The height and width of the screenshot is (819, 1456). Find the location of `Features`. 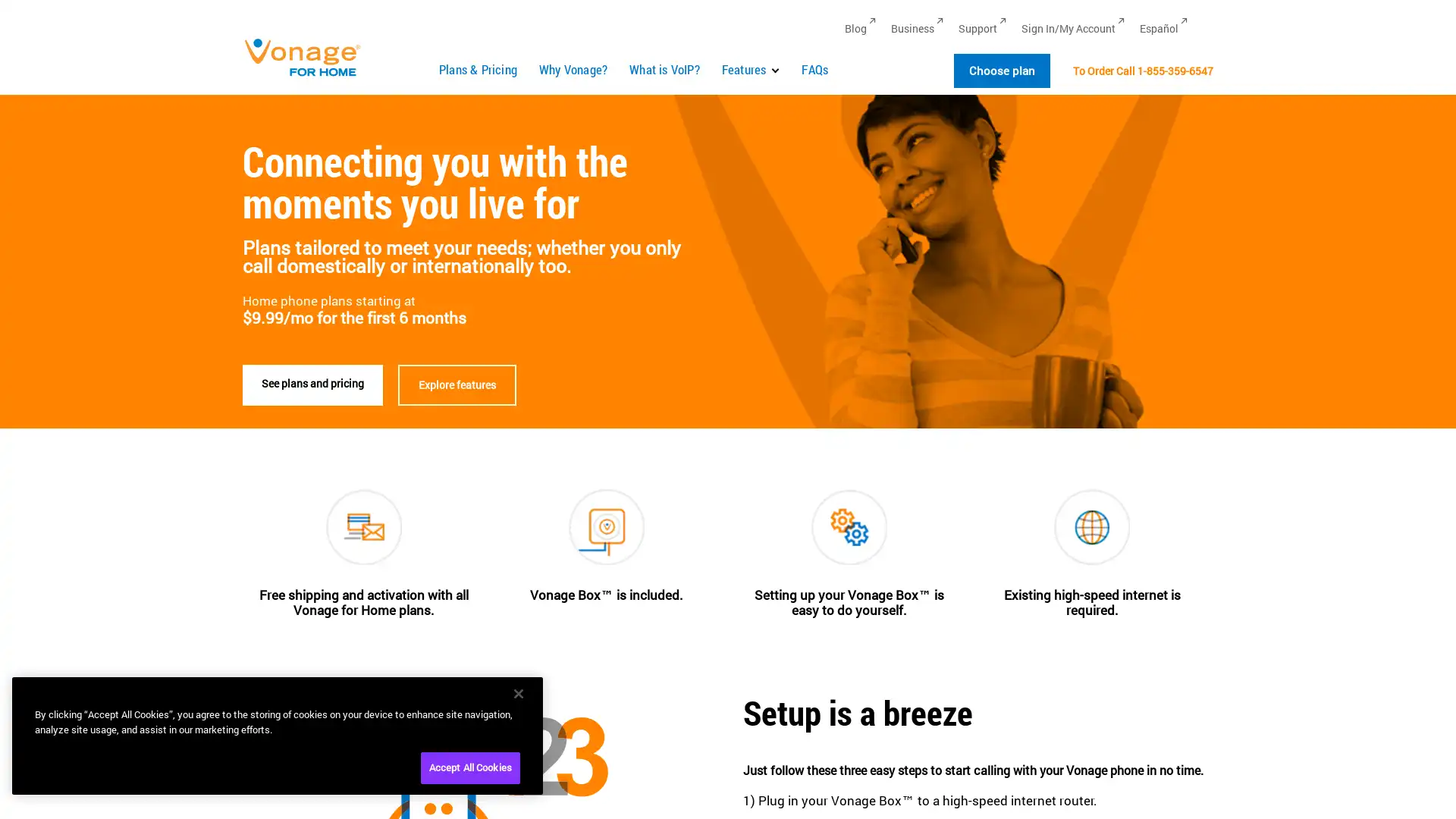

Features is located at coordinates (750, 70).